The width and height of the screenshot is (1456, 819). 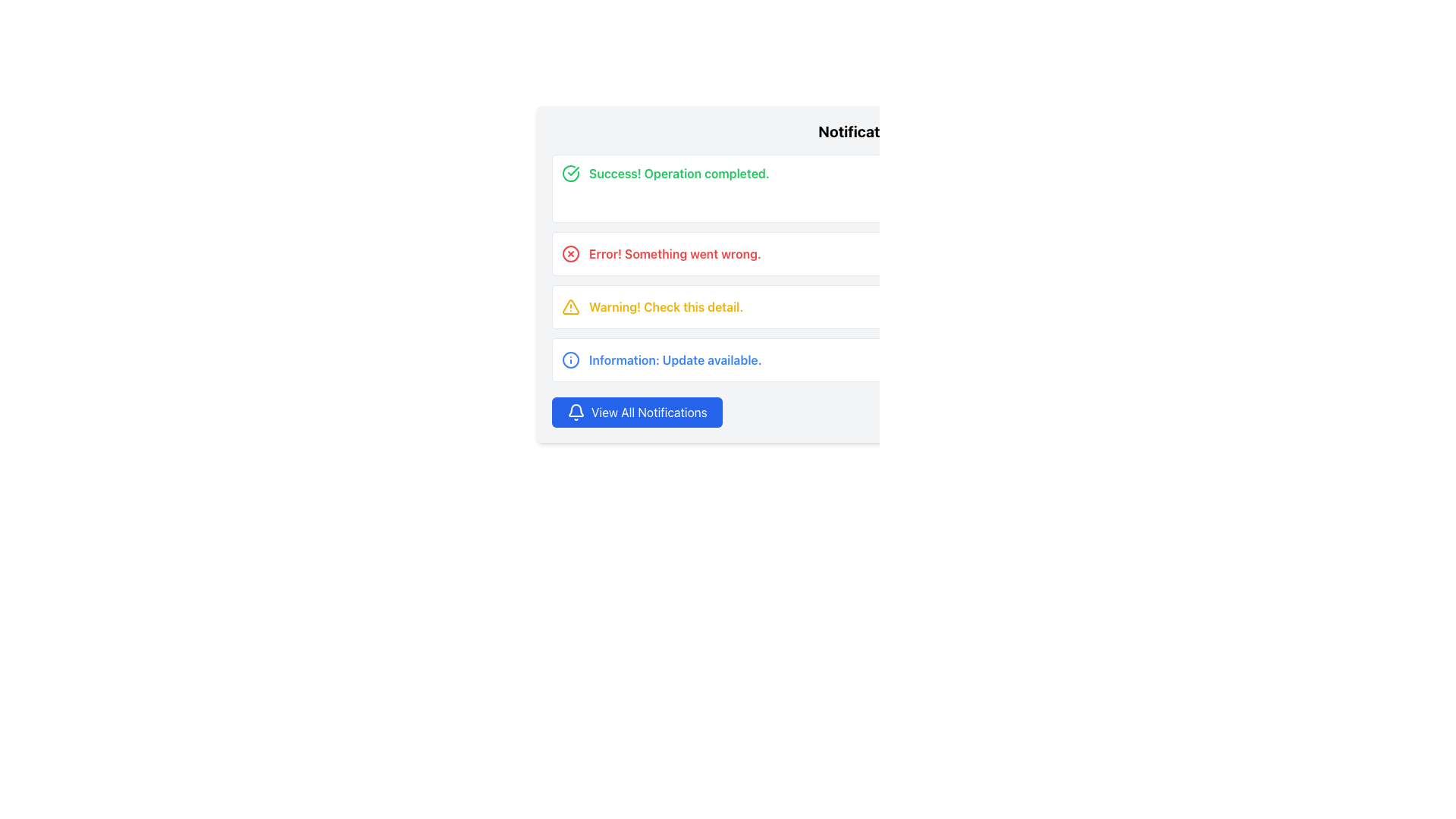 I want to click on the warning notification alert containing the message 'Warning! Check this detail.', so click(x=698, y=284).